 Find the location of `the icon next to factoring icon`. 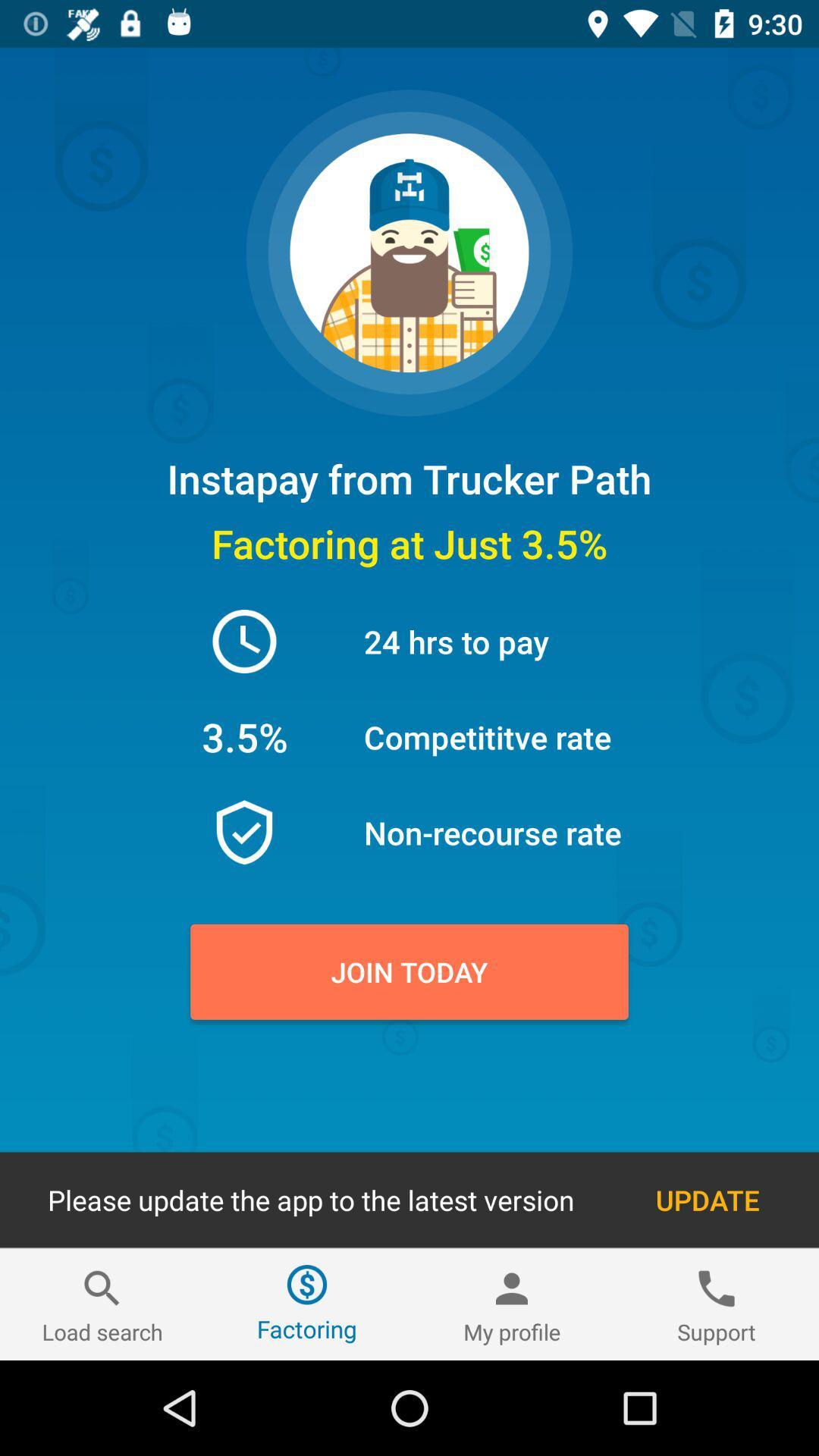

the icon next to factoring icon is located at coordinates (102, 1304).